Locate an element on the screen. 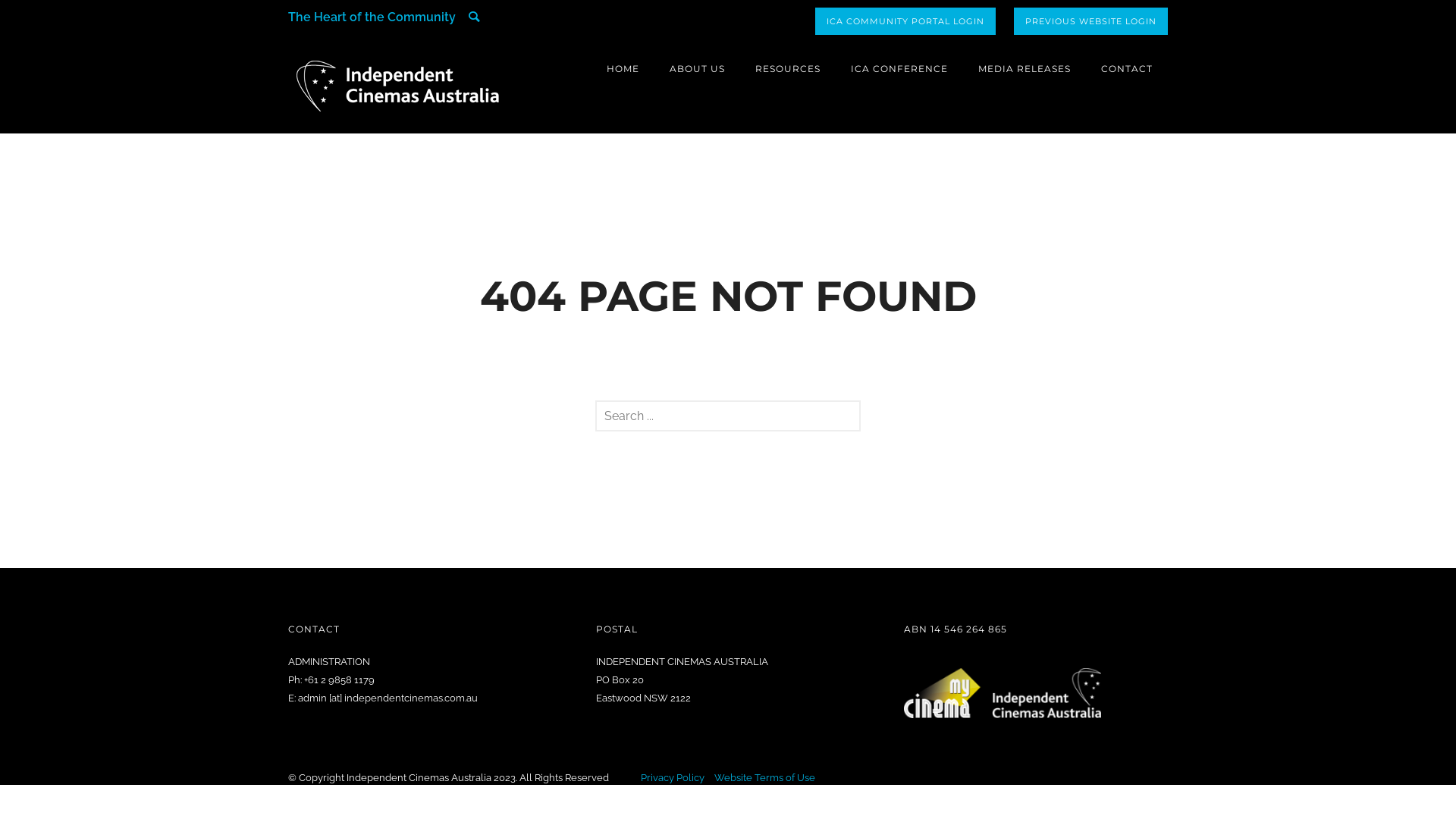  'MEDIA RELEASES' is located at coordinates (1024, 68).